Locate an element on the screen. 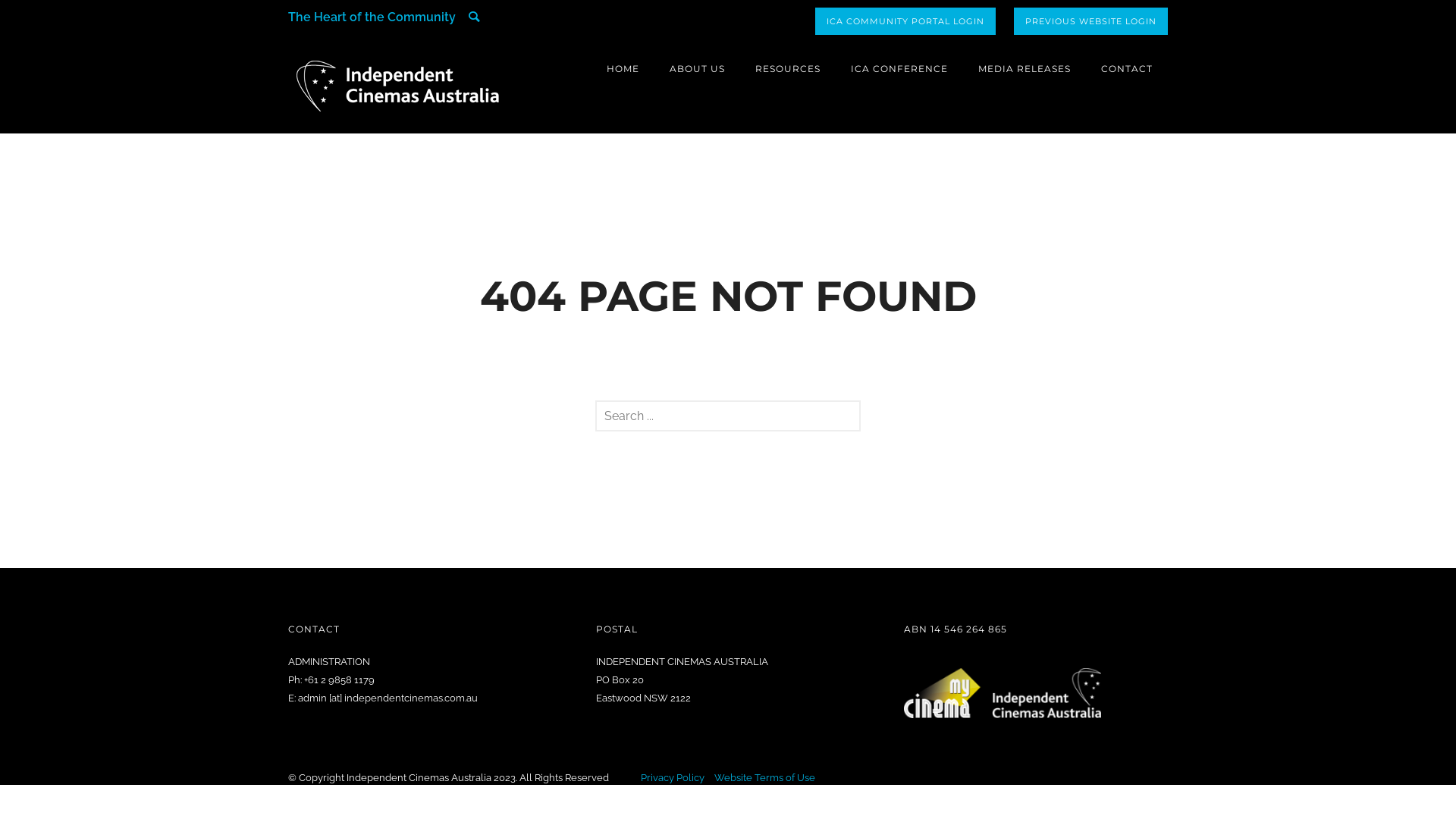  'MEDIA RELEASES' is located at coordinates (1024, 68).